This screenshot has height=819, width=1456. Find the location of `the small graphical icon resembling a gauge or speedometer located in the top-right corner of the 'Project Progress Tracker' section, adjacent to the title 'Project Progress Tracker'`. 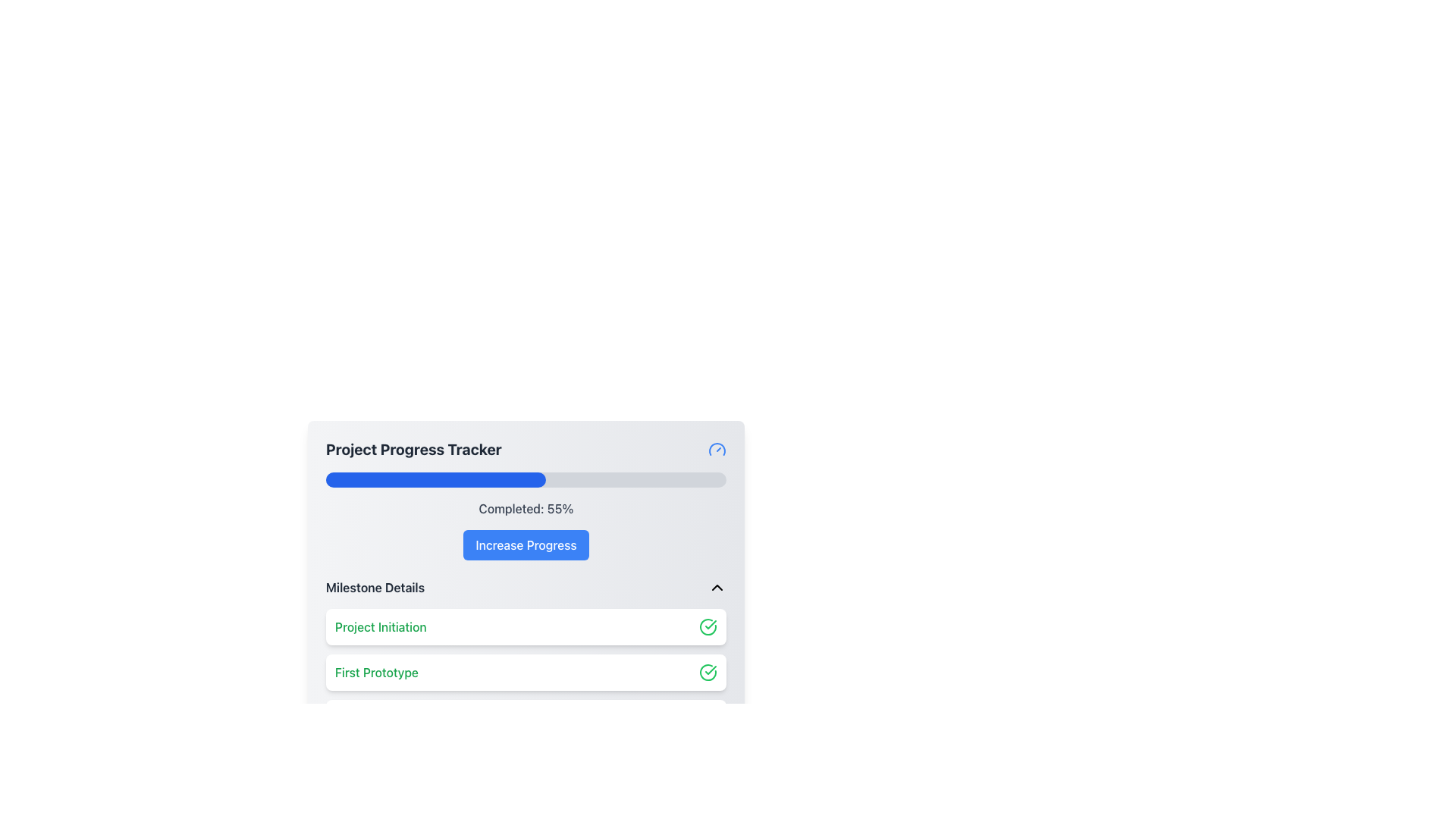

the small graphical icon resembling a gauge or speedometer located in the top-right corner of the 'Project Progress Tracker' section, adjacent to the title 'Project Progress Tracker' is located at coordinates (716, 449).